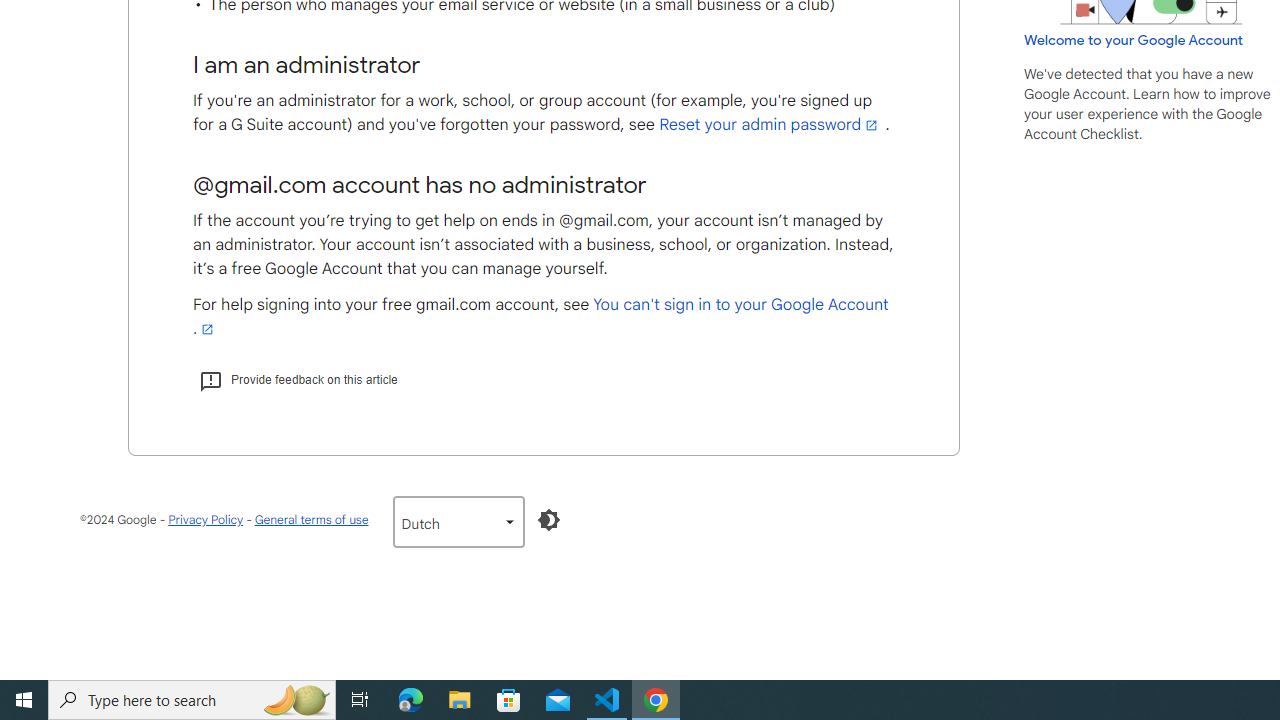 This screenshot has height=720, width=1280. I want to click on 'Enable dark mode', so click(548, 519).